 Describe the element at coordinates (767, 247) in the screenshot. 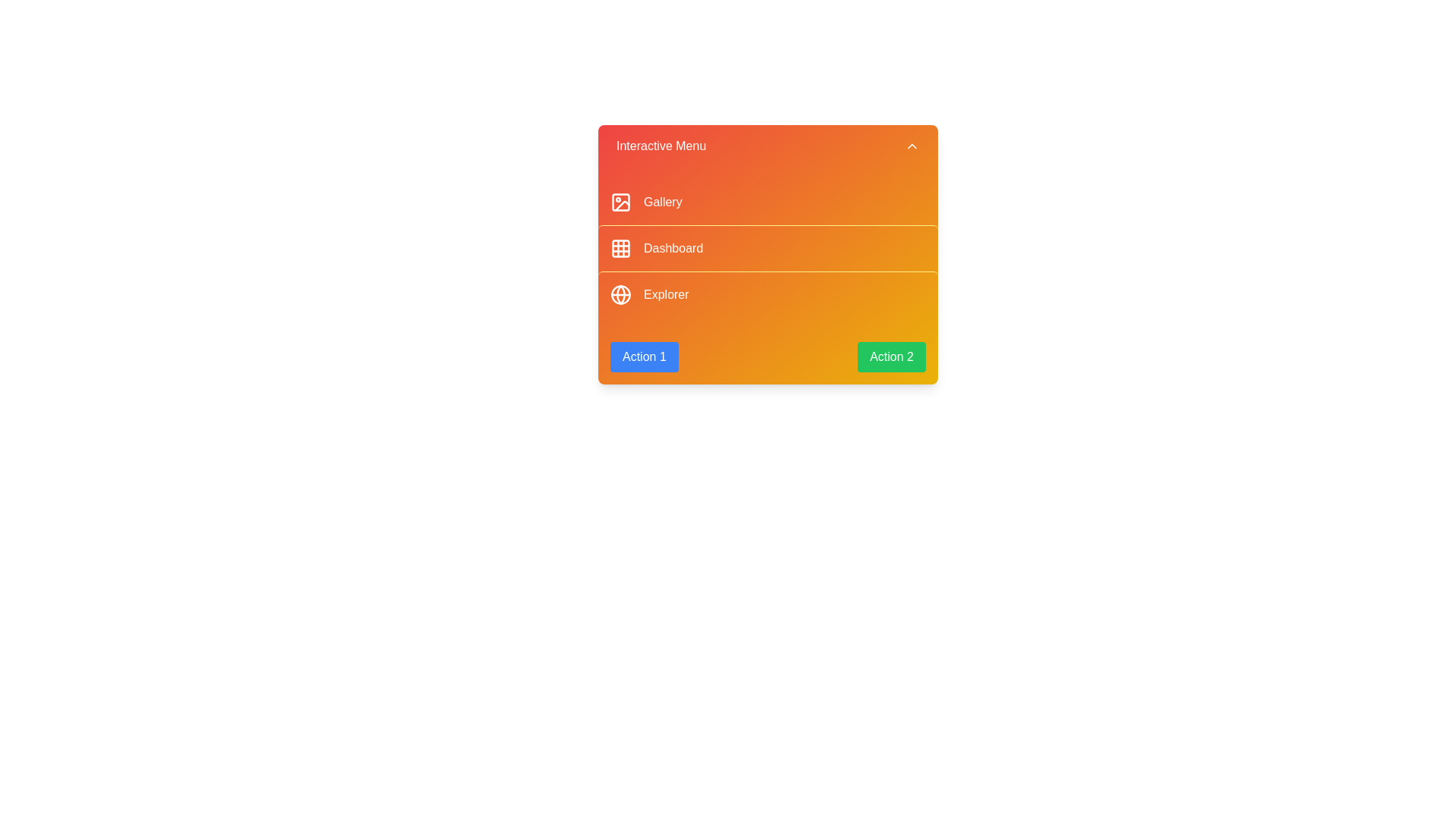

I see `the menu item labeled 'Dashboard' to observe its hover effect` at that location.